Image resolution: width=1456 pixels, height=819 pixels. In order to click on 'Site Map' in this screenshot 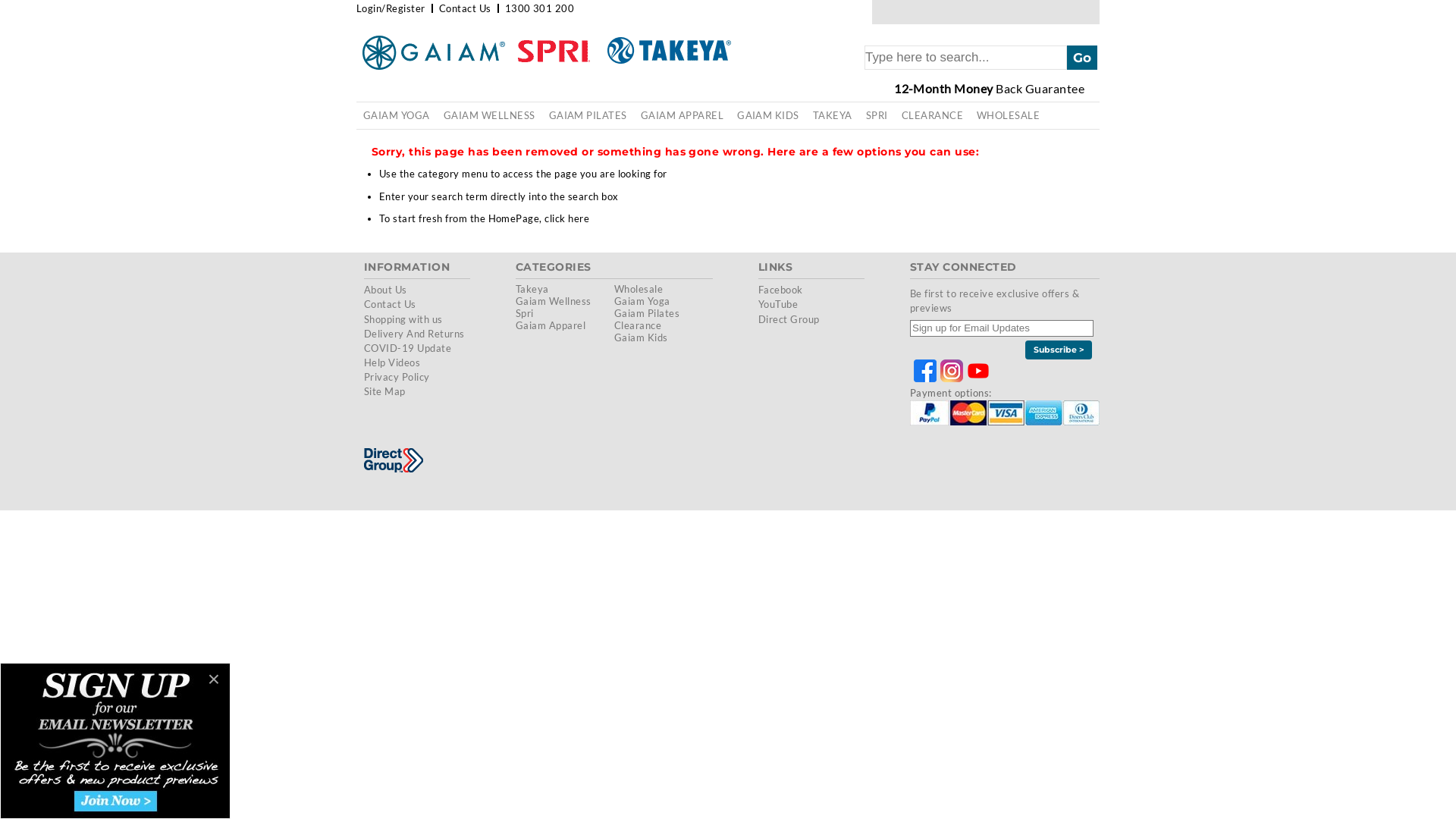, I will do `click(384, 391)`.